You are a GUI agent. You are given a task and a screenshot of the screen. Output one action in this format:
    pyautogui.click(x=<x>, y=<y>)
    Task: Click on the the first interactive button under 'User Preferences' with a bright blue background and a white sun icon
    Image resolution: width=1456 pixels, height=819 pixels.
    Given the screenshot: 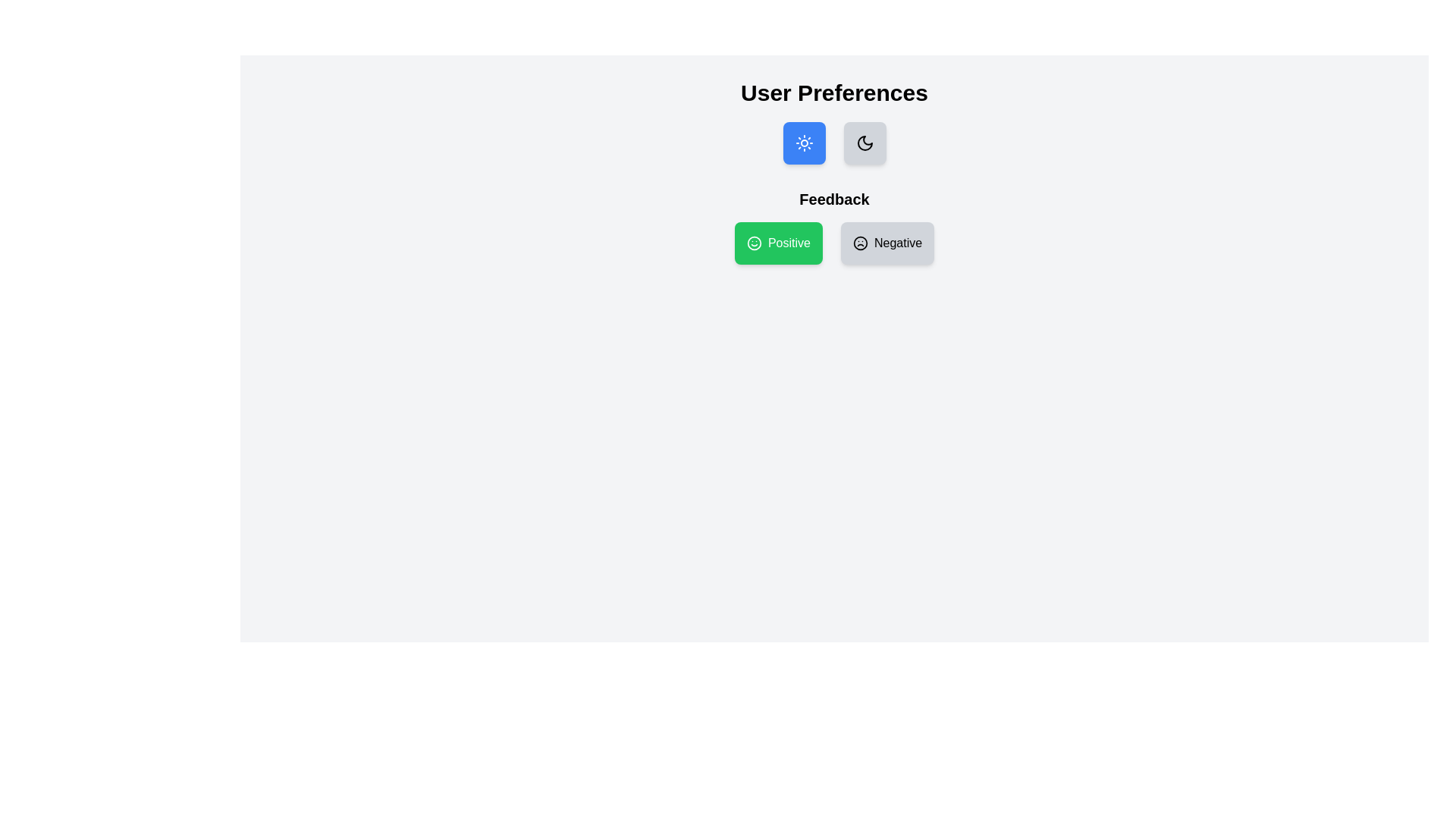 What is the action you would take?
    pyautogui.click(x=803, y=143)
    